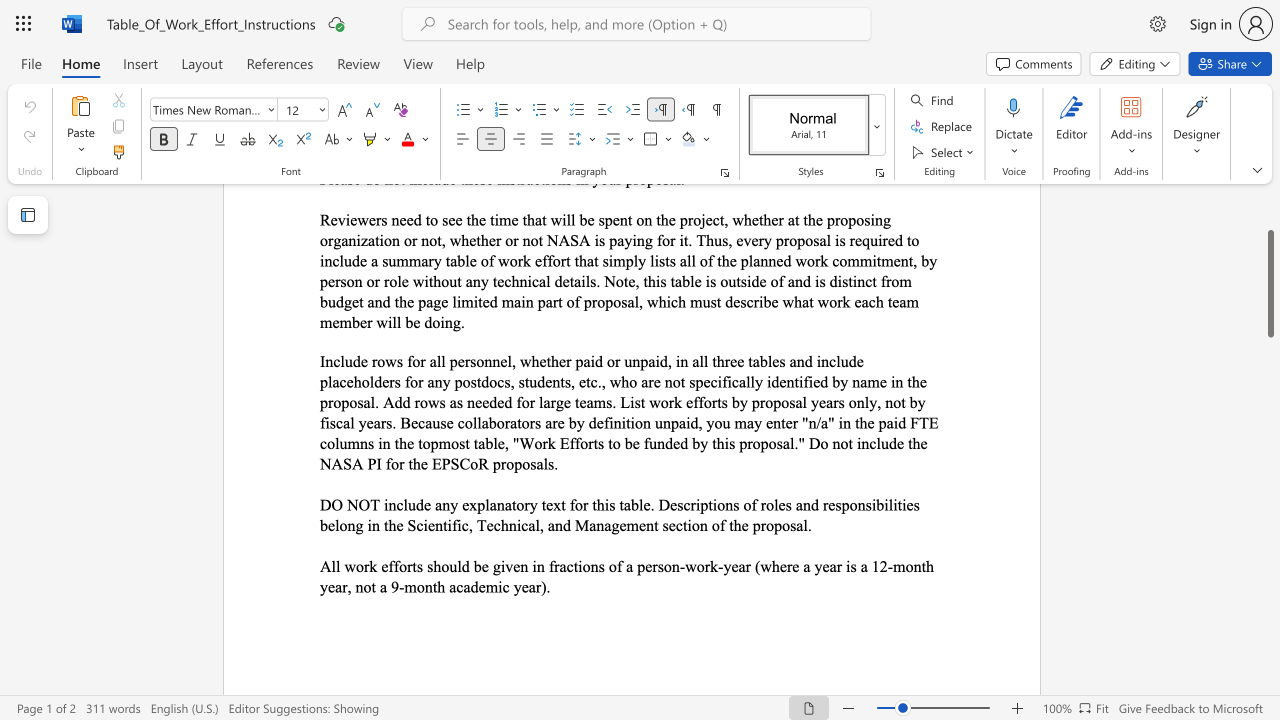 Image resolution: width=1280 pixels, height=720 pixels. Describe the element at coordinates (1269, 284) in the screenshot. I see `the scrollbar and move up 170 pixels` at that location.